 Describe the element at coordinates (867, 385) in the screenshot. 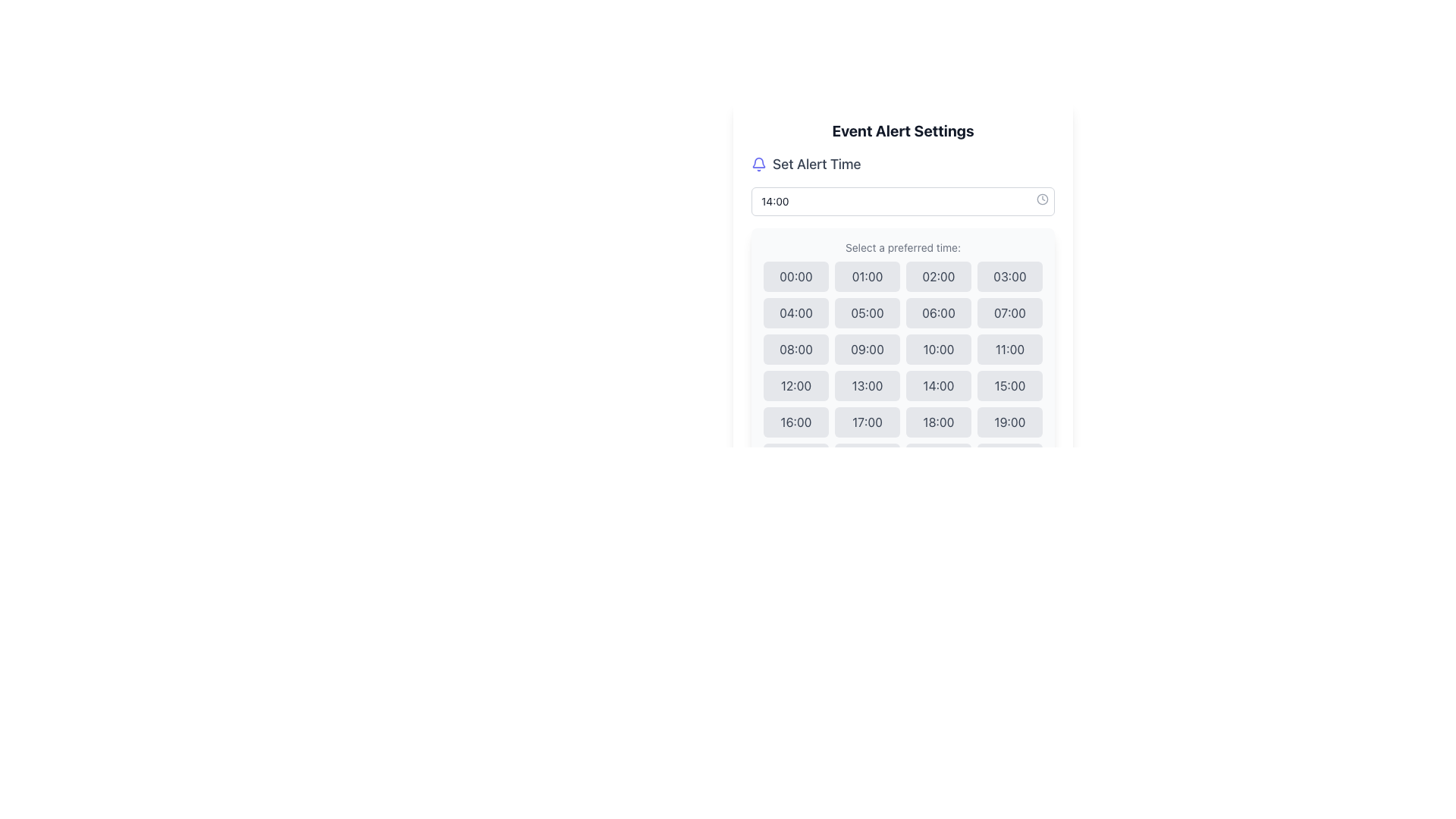

I see `the rectangular button labeled '13:00' with a light gray background and rounded corners located in the fourth row, second column of the grid` at that location.